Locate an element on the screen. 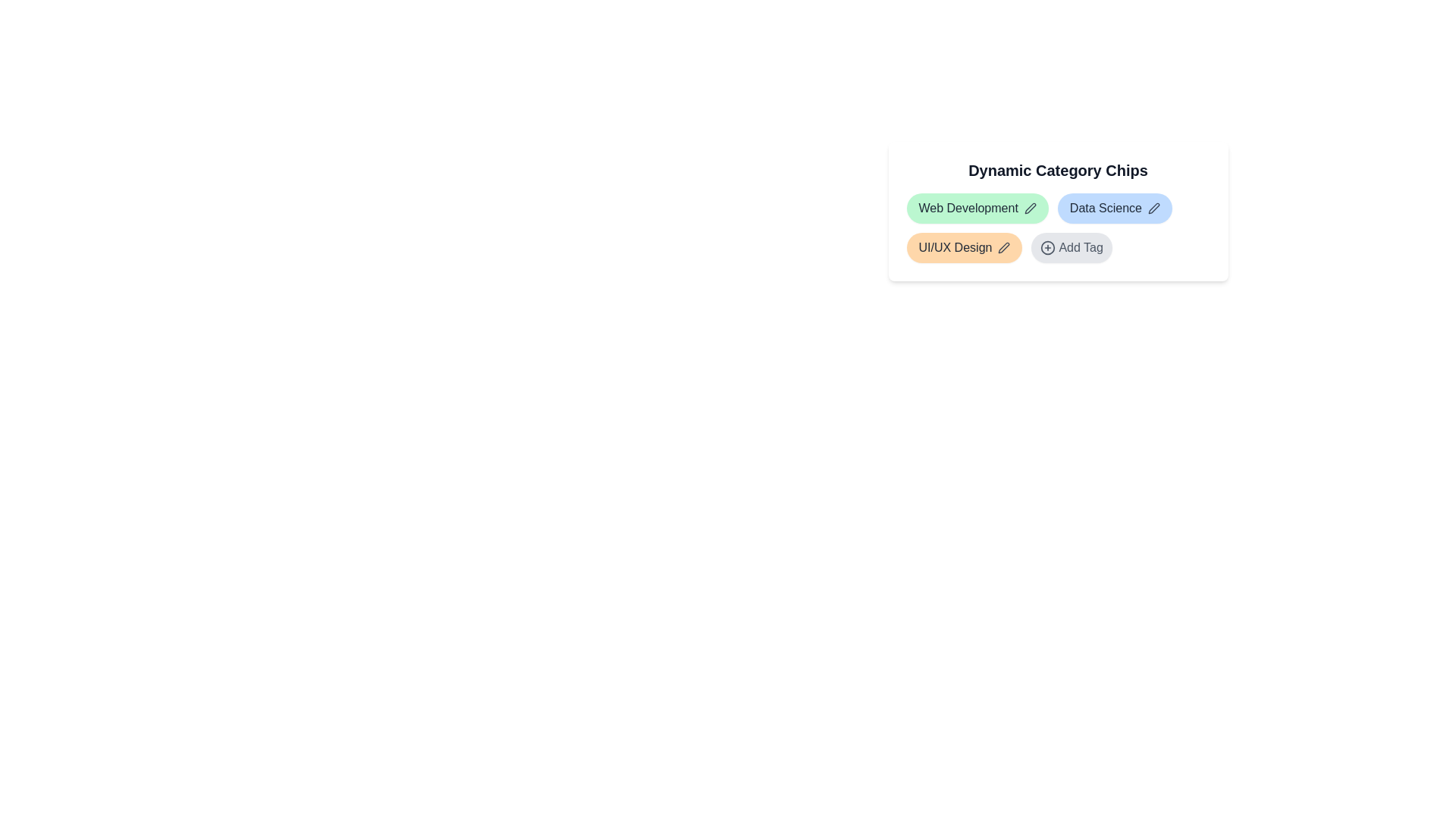 This screenshot has width=1456, height=819. the chip labeled Data Science is located at coordinates (1114, 208).